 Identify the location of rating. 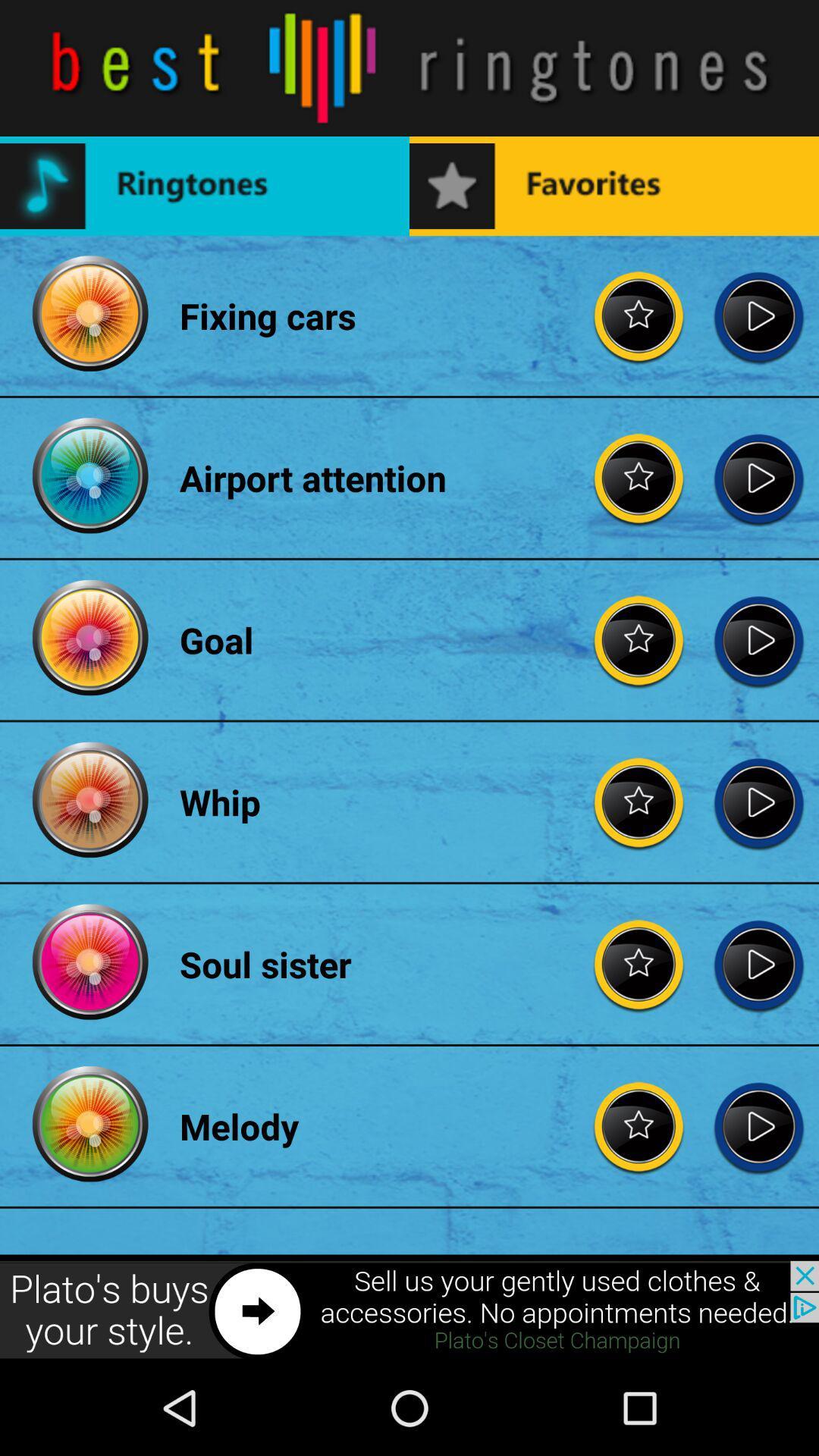
(639, 1126).